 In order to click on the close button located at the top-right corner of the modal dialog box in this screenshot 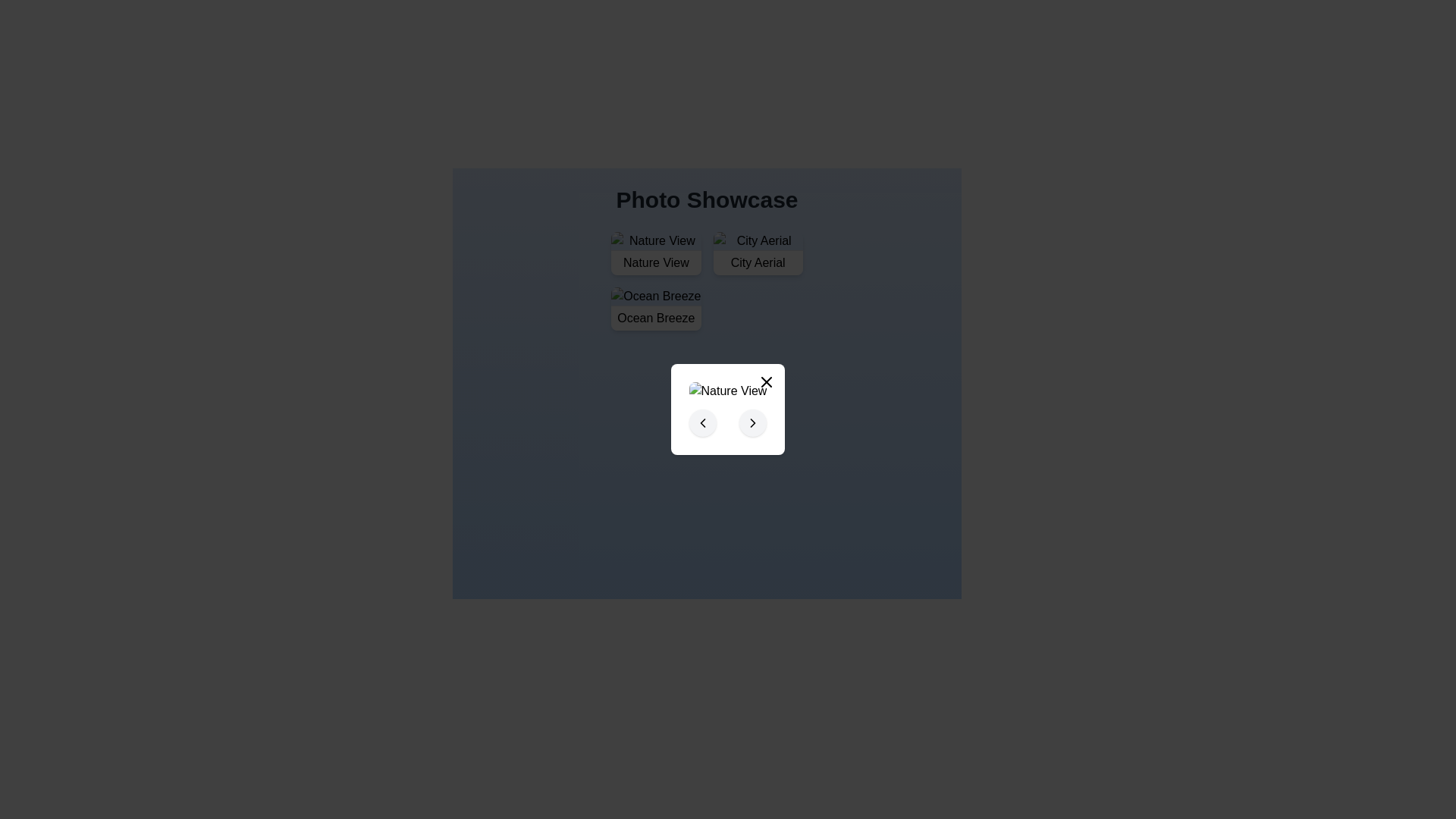, I will do `click(767, 381)`.